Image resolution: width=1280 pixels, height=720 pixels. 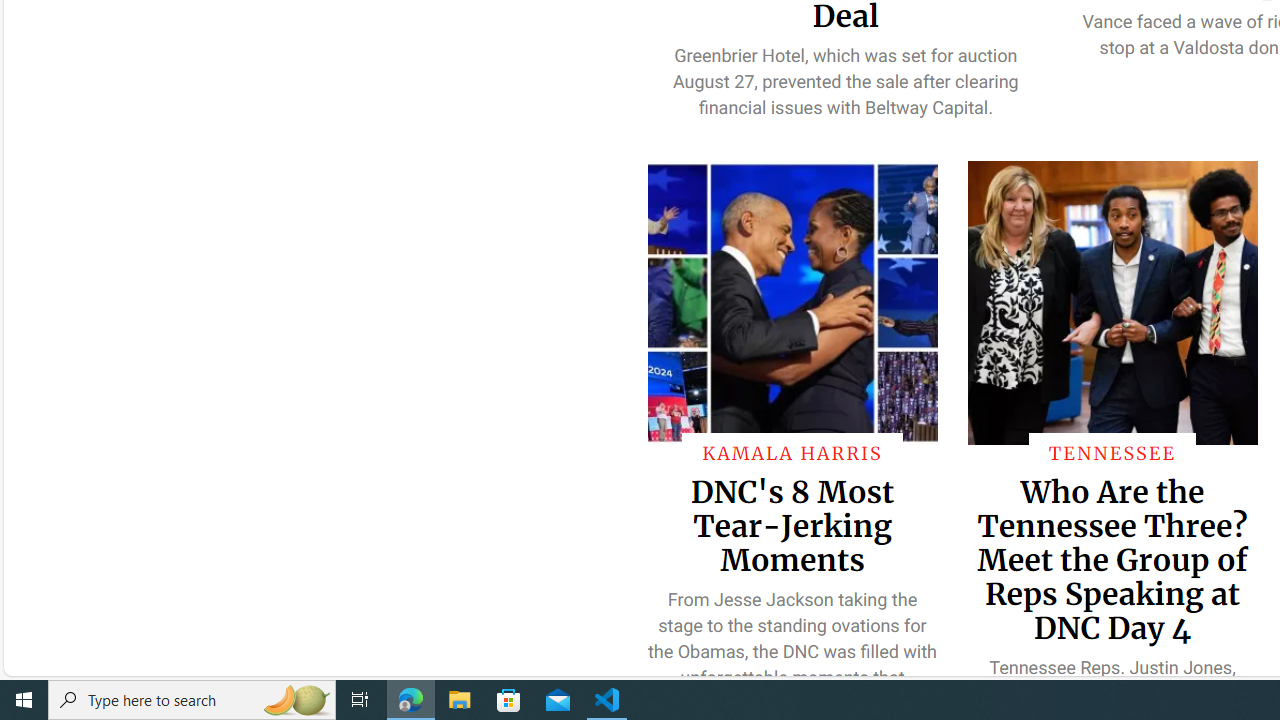 I want to click on 'Search highlights icon opens search home window', so click(x=294, y=698).